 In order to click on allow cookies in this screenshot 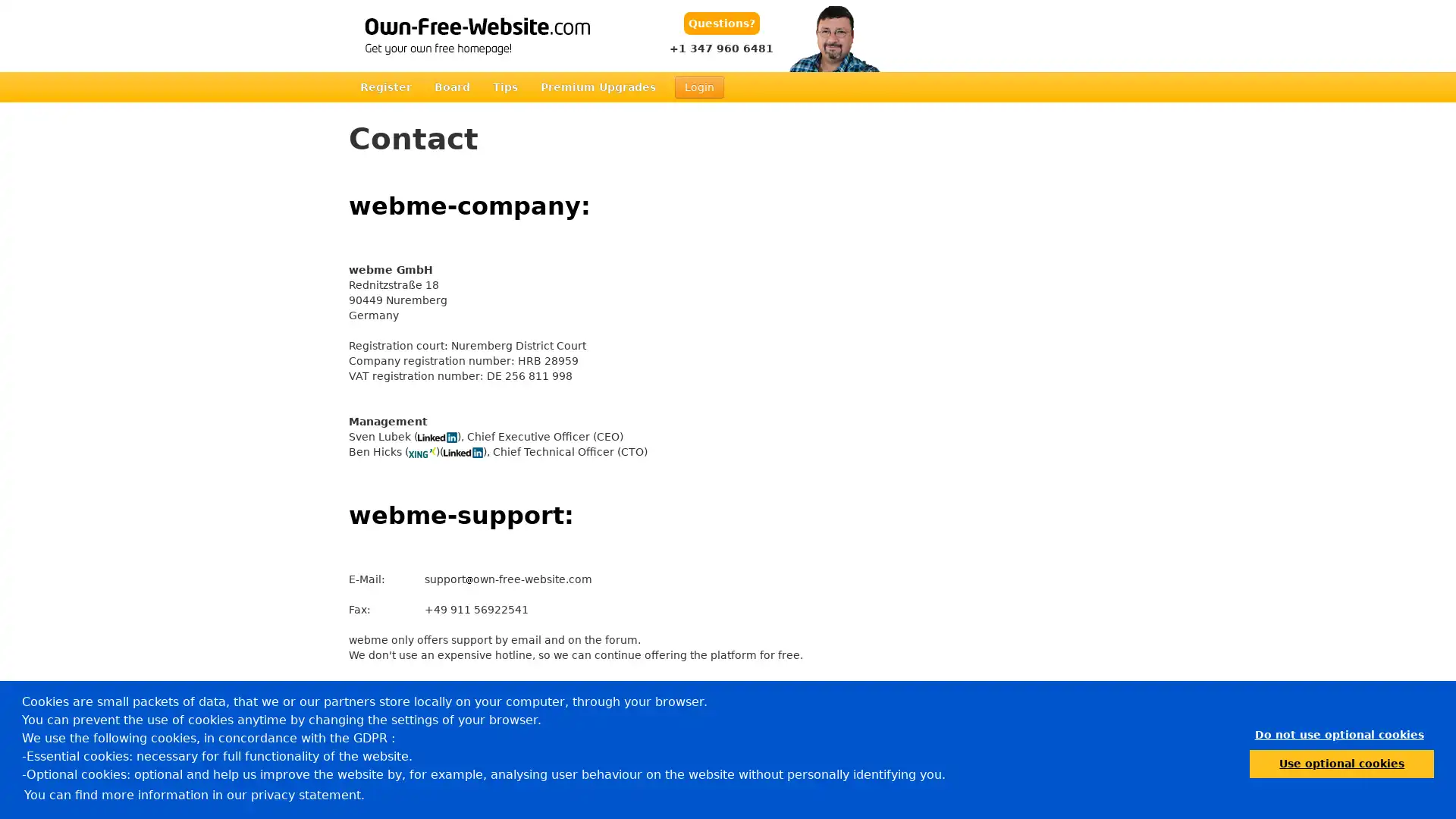, I will do `click(1341, 763)`.